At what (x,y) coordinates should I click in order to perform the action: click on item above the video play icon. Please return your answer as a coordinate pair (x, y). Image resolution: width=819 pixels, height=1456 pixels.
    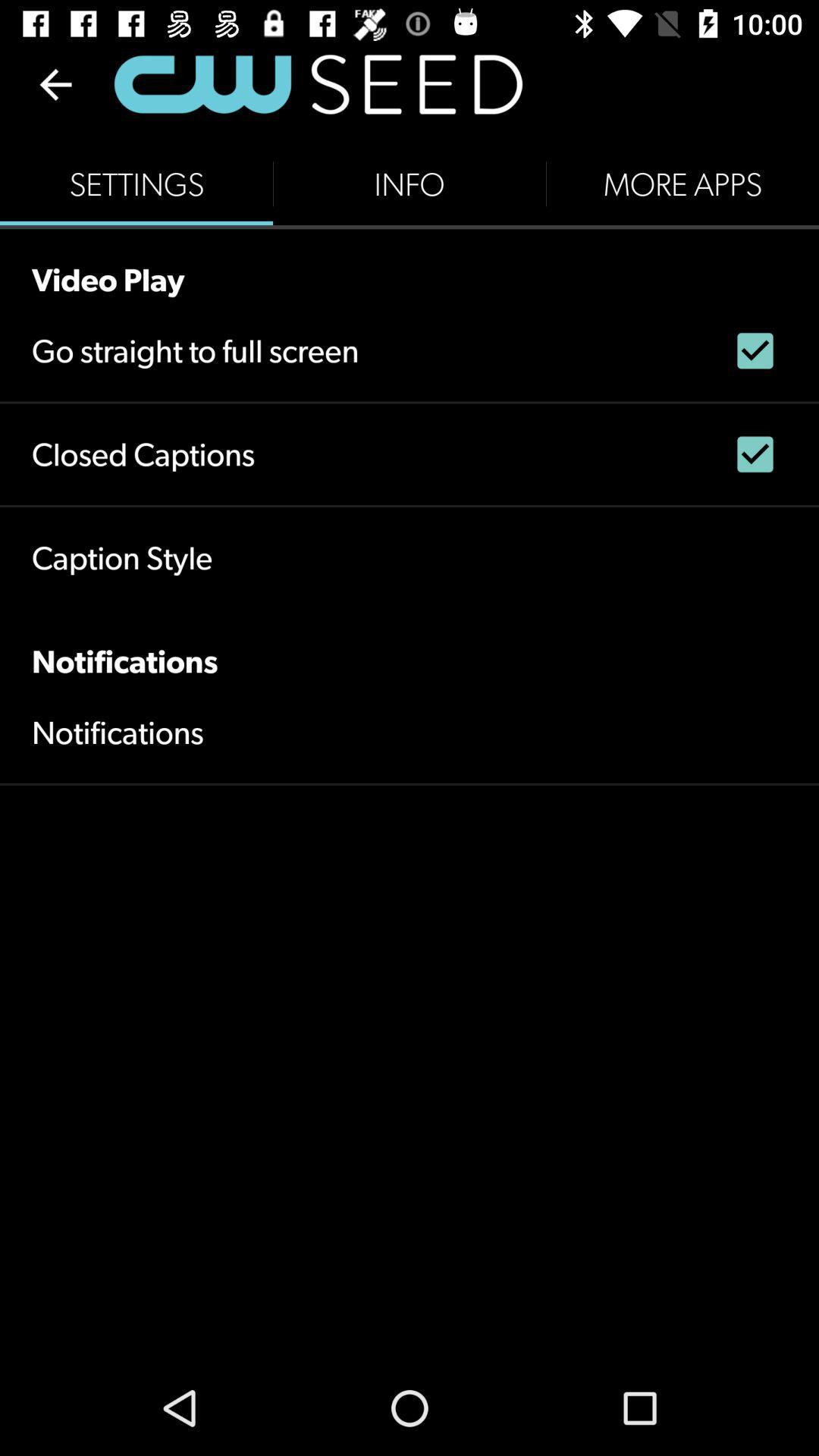
    Looking at the image, I should click on (681, 184).